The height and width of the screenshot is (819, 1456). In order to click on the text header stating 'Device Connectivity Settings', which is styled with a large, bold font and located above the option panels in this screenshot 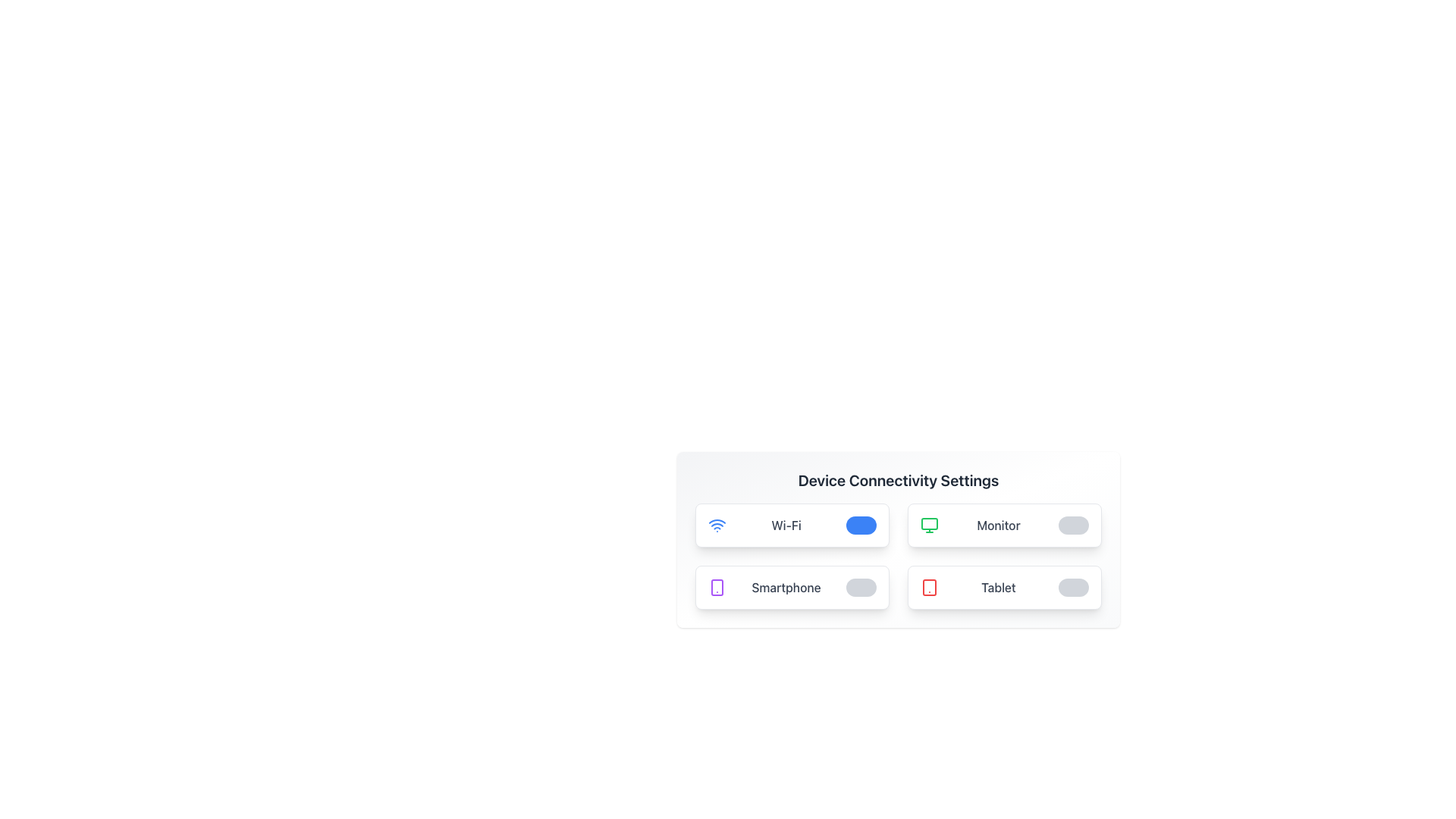, I will do `click(899, 480)`.